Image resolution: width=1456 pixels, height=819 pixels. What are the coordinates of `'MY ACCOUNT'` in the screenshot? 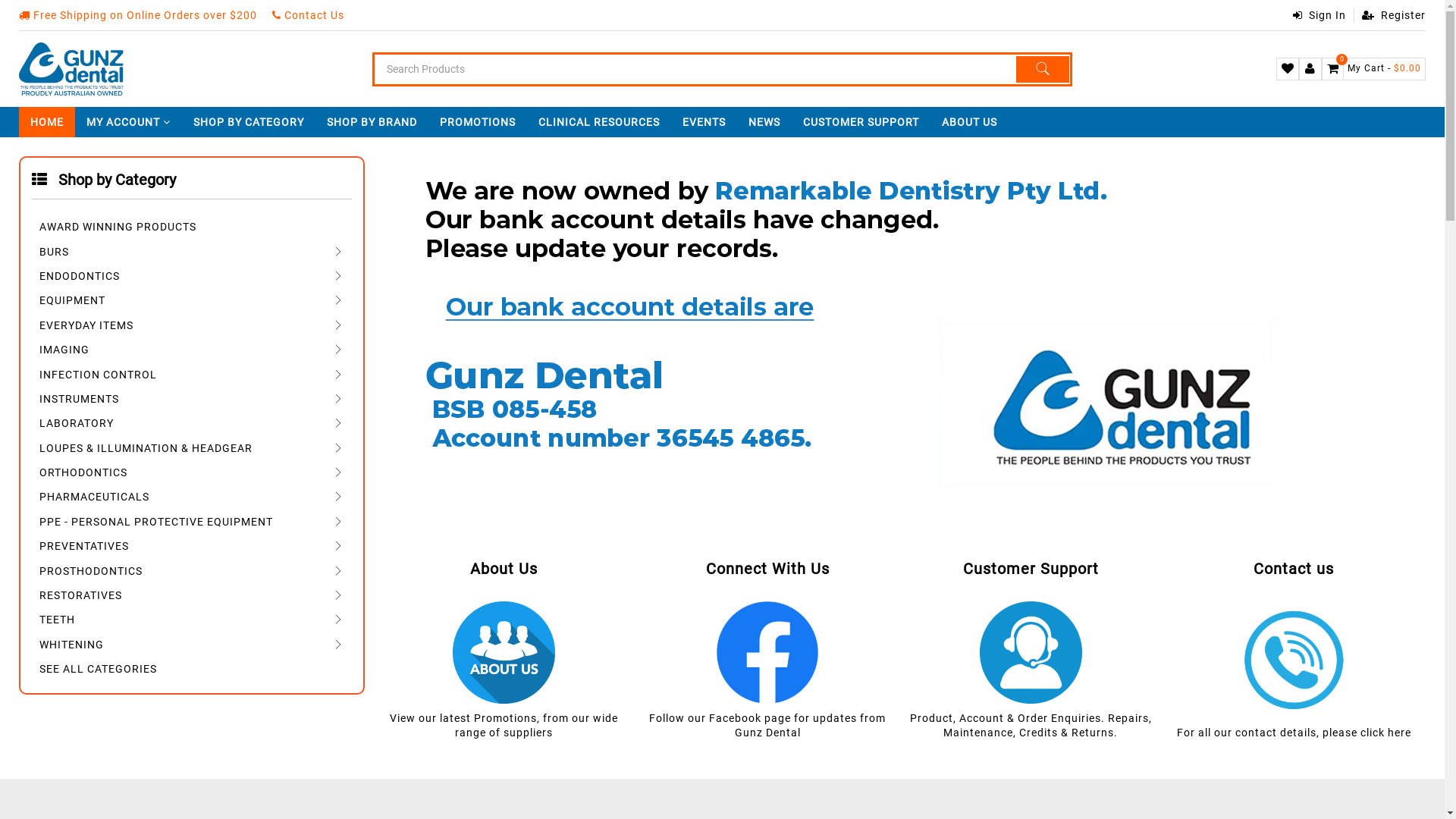 It's located at (128, 121).